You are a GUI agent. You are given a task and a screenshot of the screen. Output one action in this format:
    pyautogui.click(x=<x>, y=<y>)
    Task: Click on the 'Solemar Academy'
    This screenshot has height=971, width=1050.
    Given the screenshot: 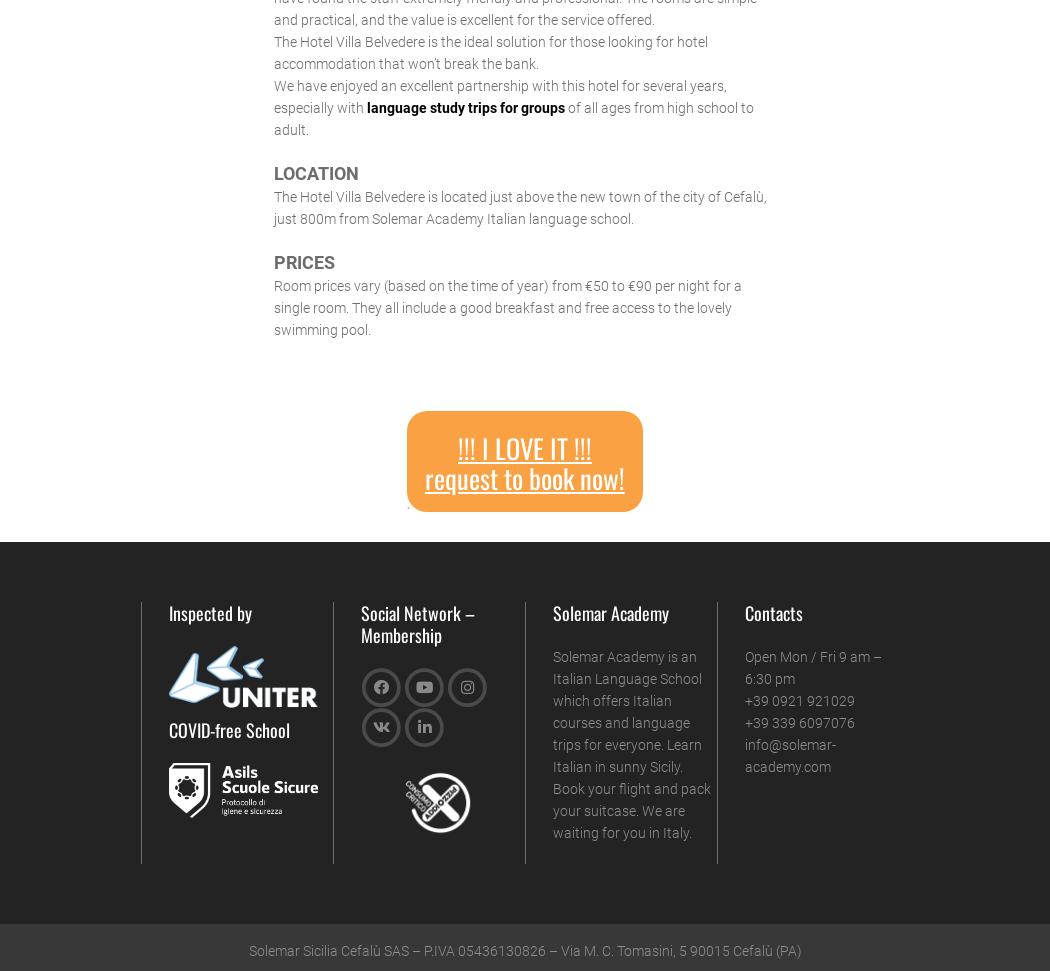 What is the action you would take?
    pyautogui.click(x=610, y=611)
    